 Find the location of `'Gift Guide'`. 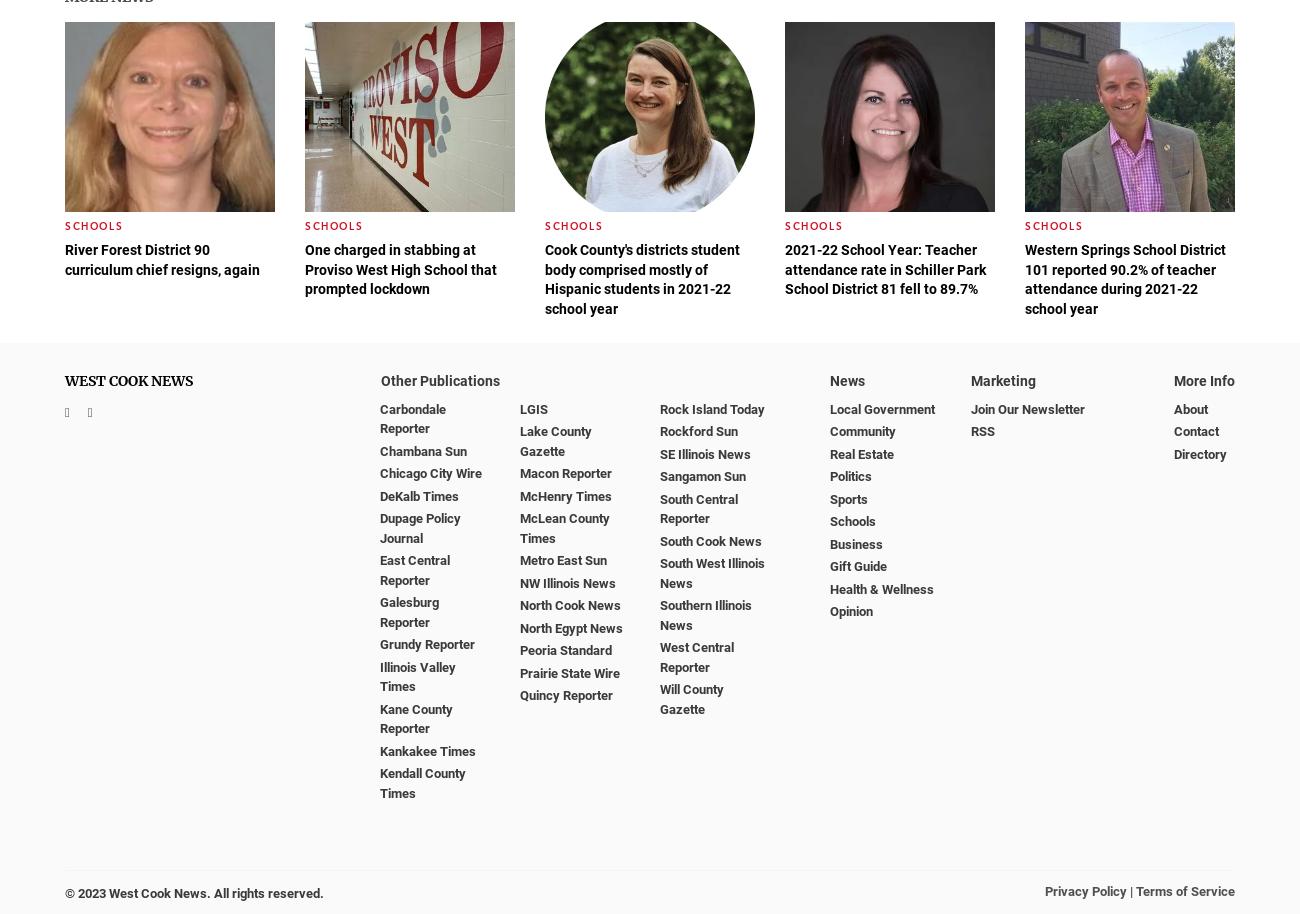

'Gift Guide' is located at coordinates (857, 566).